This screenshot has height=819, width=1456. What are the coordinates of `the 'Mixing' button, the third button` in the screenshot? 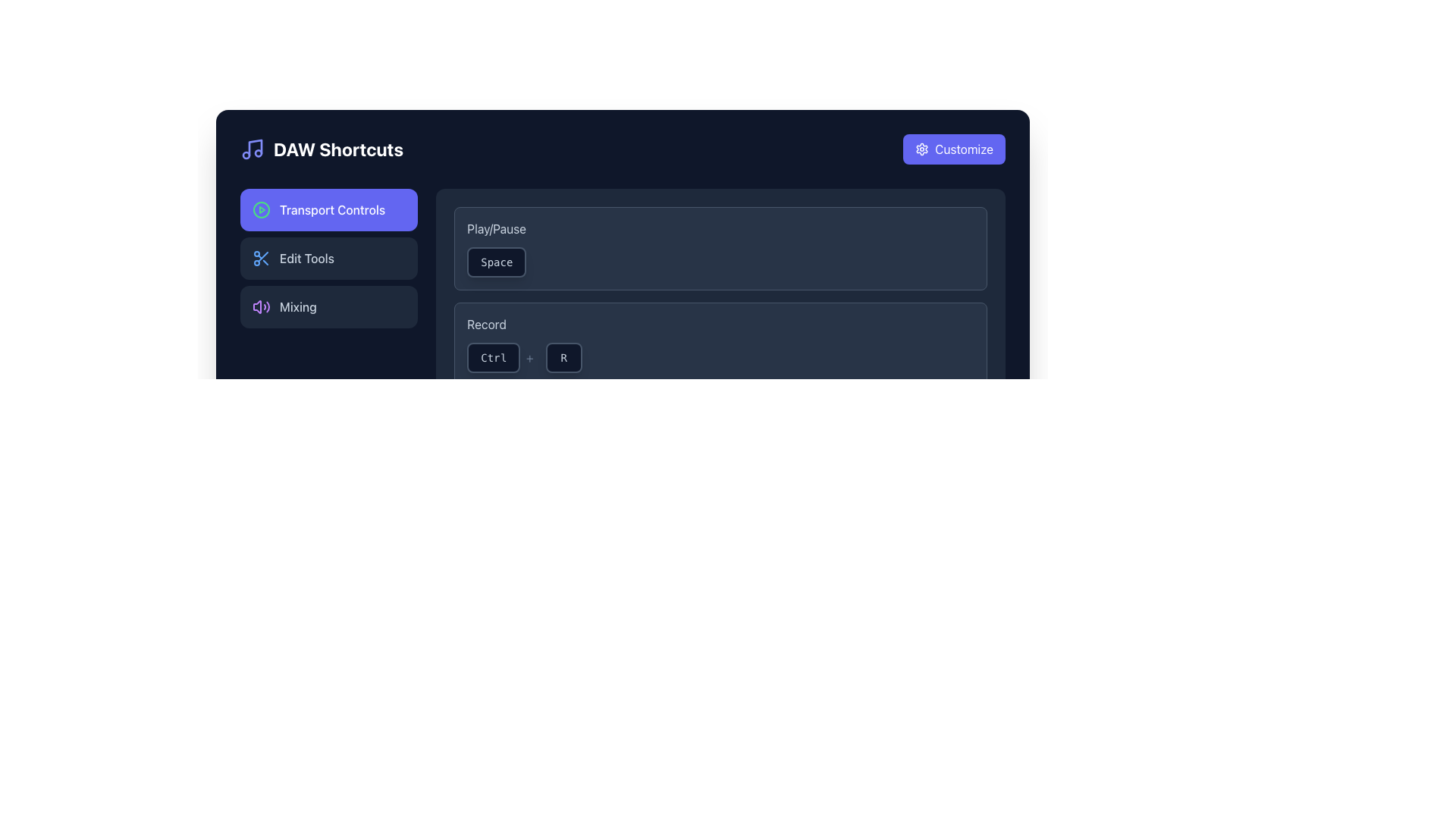 It's located at (328, 307).